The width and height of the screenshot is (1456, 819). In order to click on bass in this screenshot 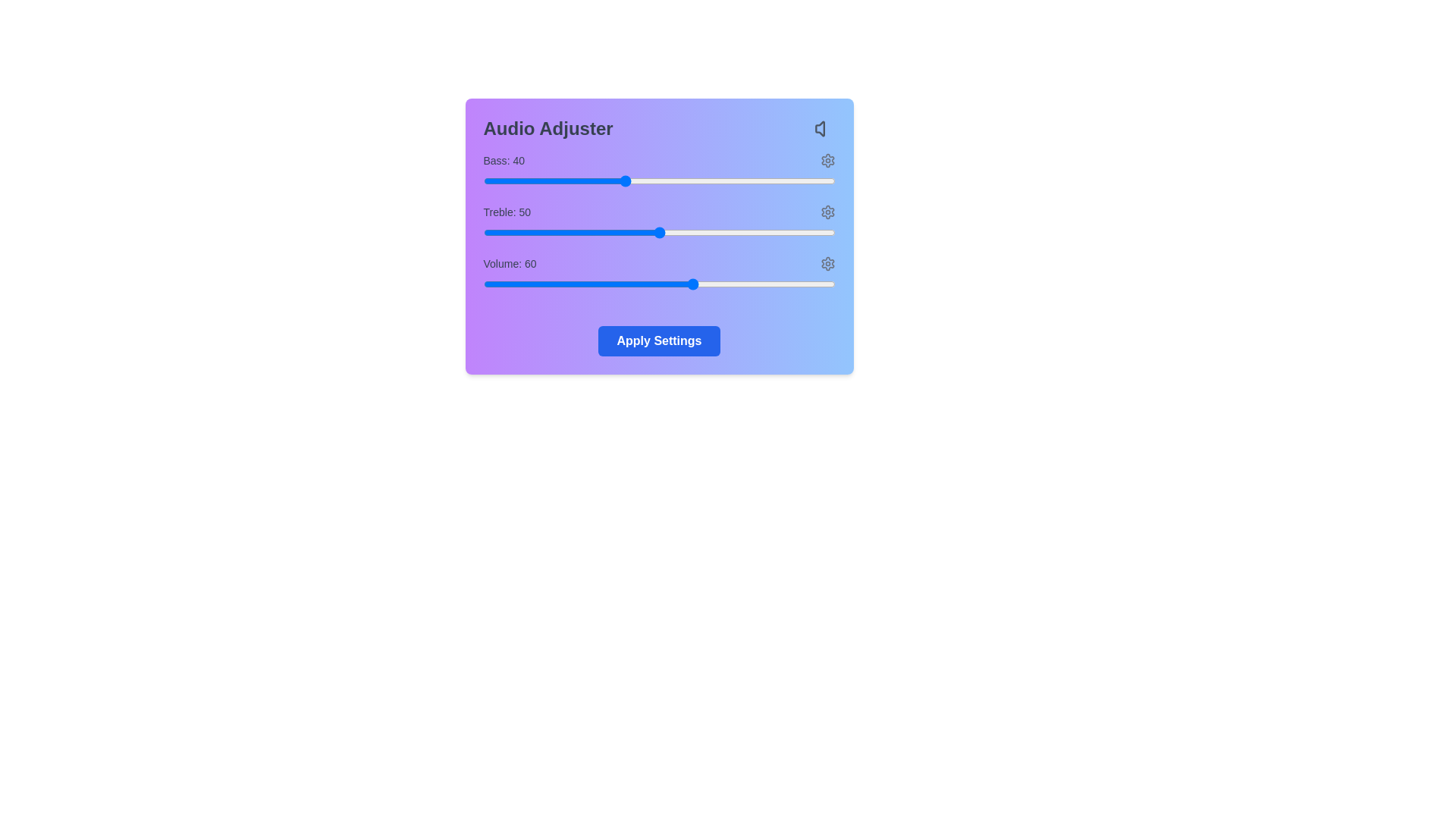, I will do `click(708, 174)`.